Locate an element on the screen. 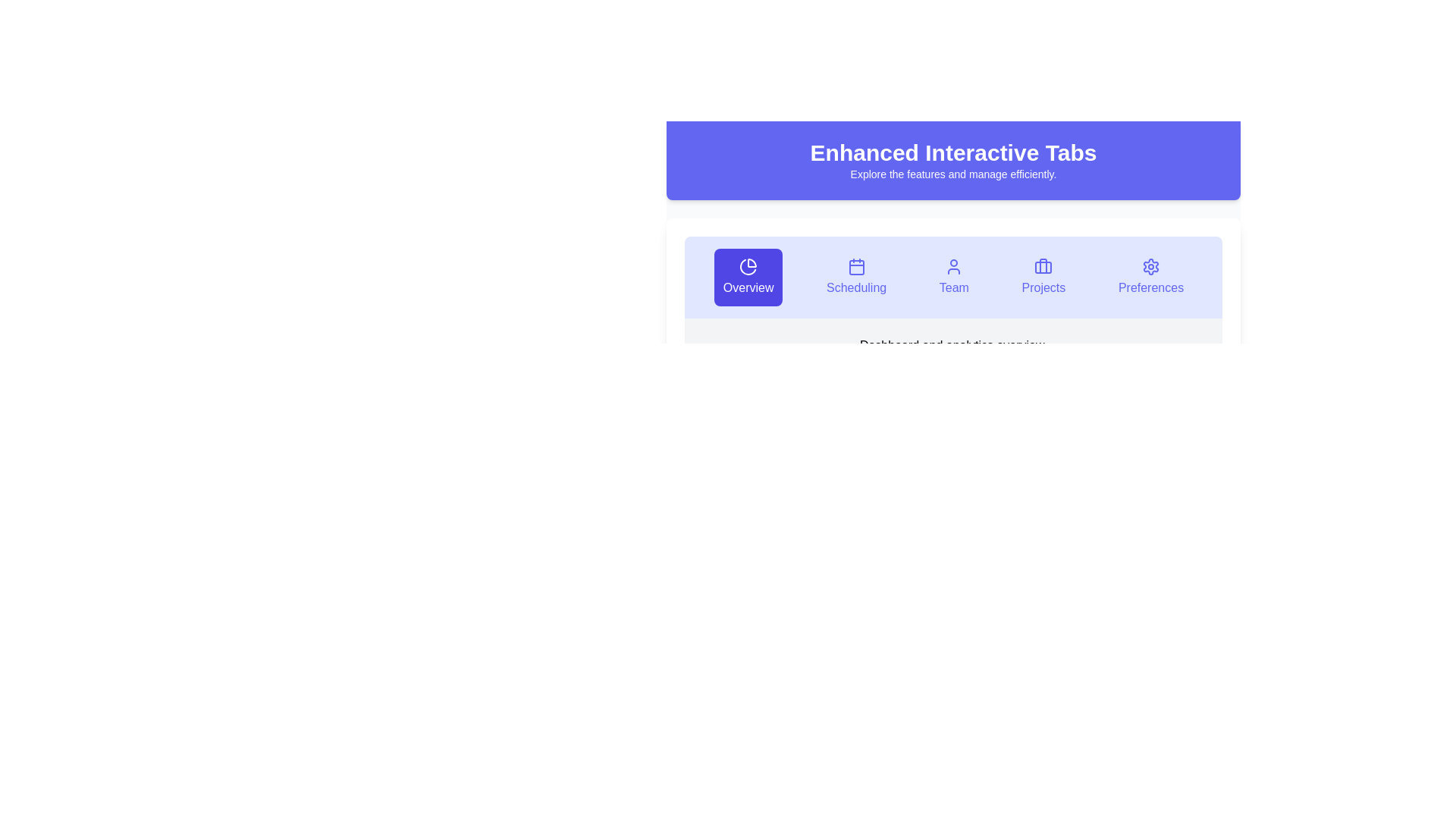 This screenshot has height=819, width=1456. the 'Preferences' button, which features an indigo gear icon and is located at the end of the horizontal navigation bar is located at coordinates (1150, 278).